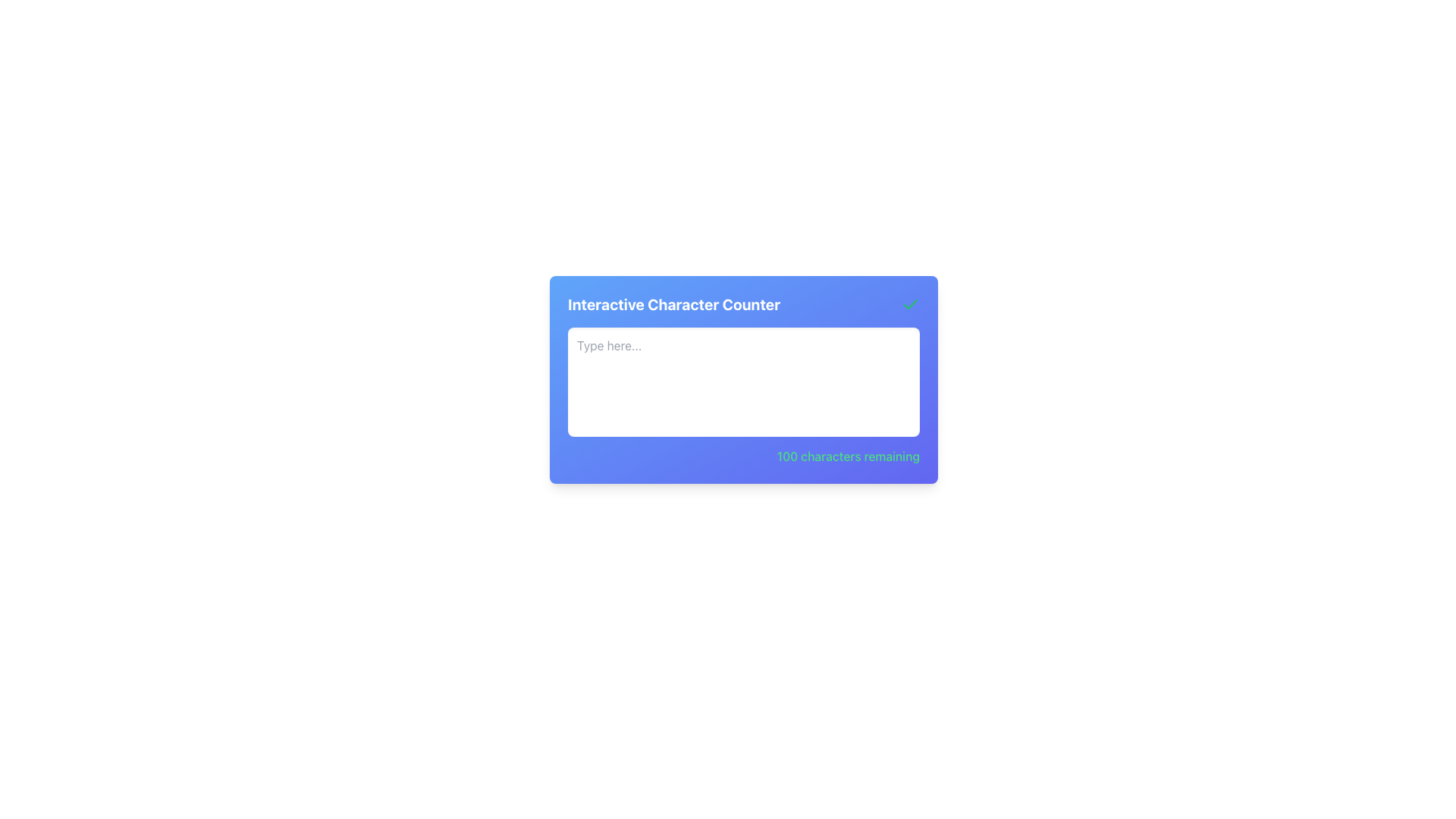  Describe the element at coordinates (847, 455) in the screenshot. I see `the text label displaying '100 characters remaining' styled with a green font and bold text, located in the bottom-right corner of the 'Interactive Character Counter' interface` at that location.